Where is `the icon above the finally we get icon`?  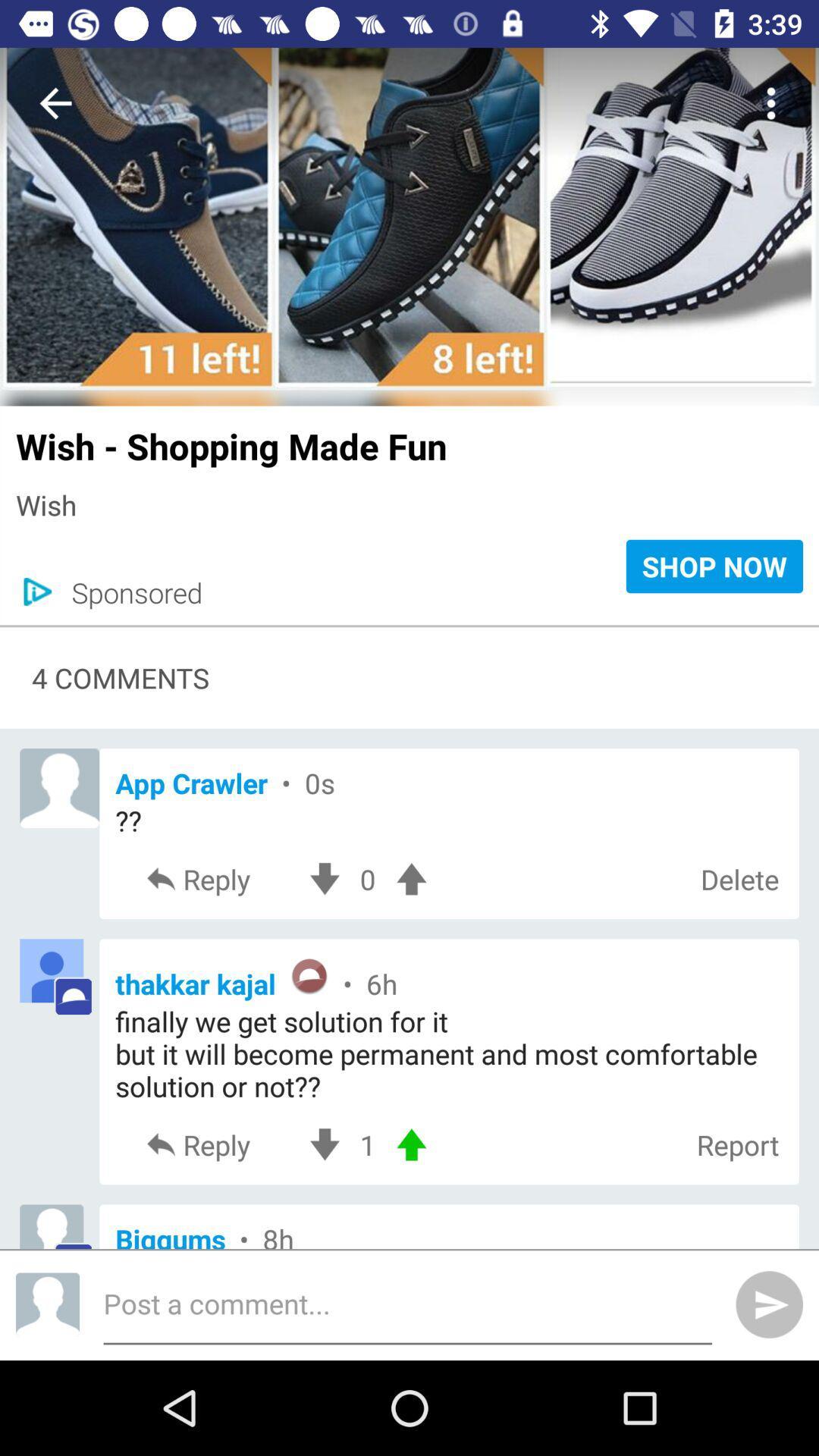 the icon above the finally we get icon is located at coordinates (448, 978).